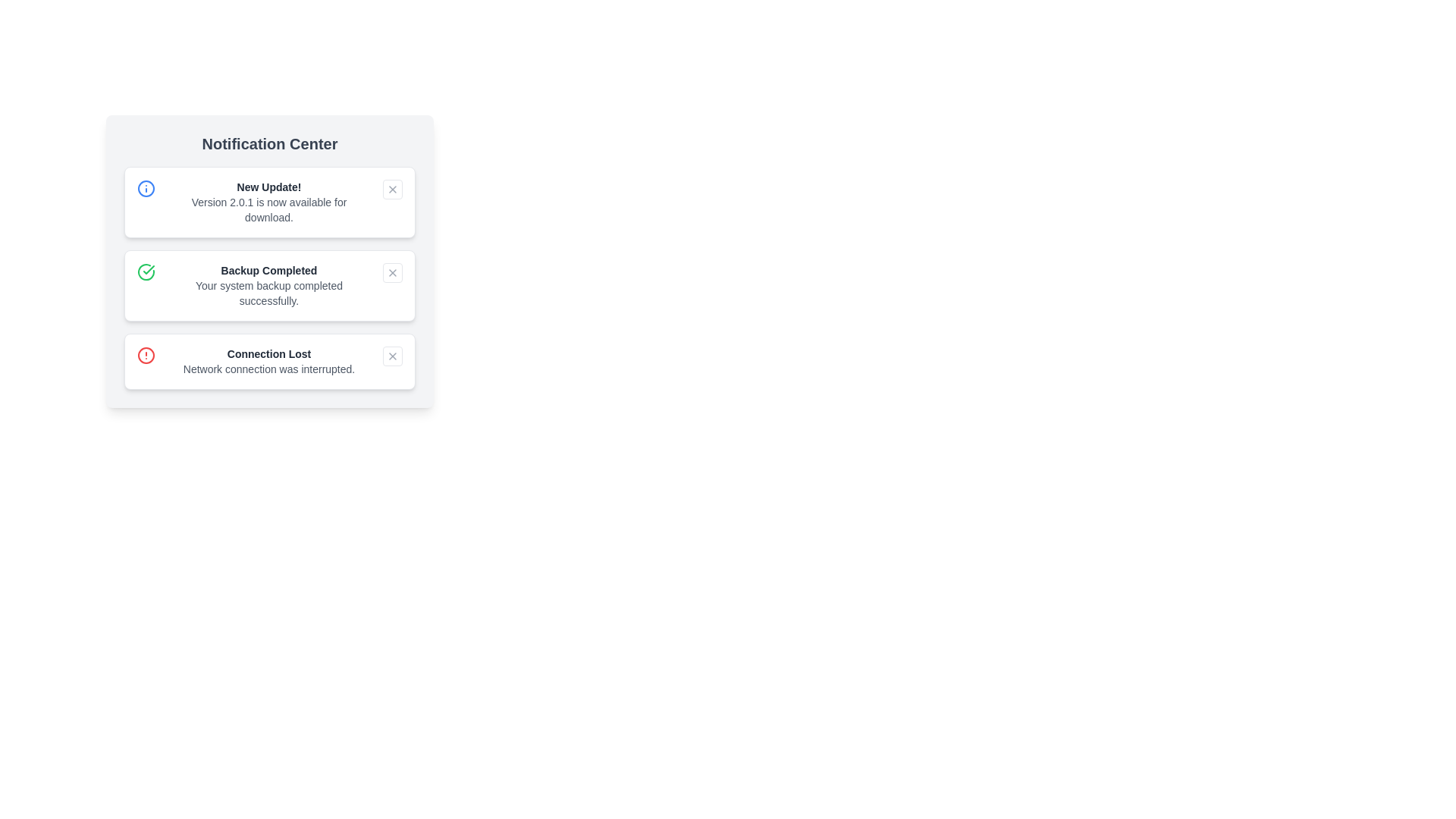 Image resolution: width=1456 pixels, height=819 pixels. What do you see at coordinates (393, 189) in the screenshot?
I see `the cross icon` at bounding box center [393, 189].